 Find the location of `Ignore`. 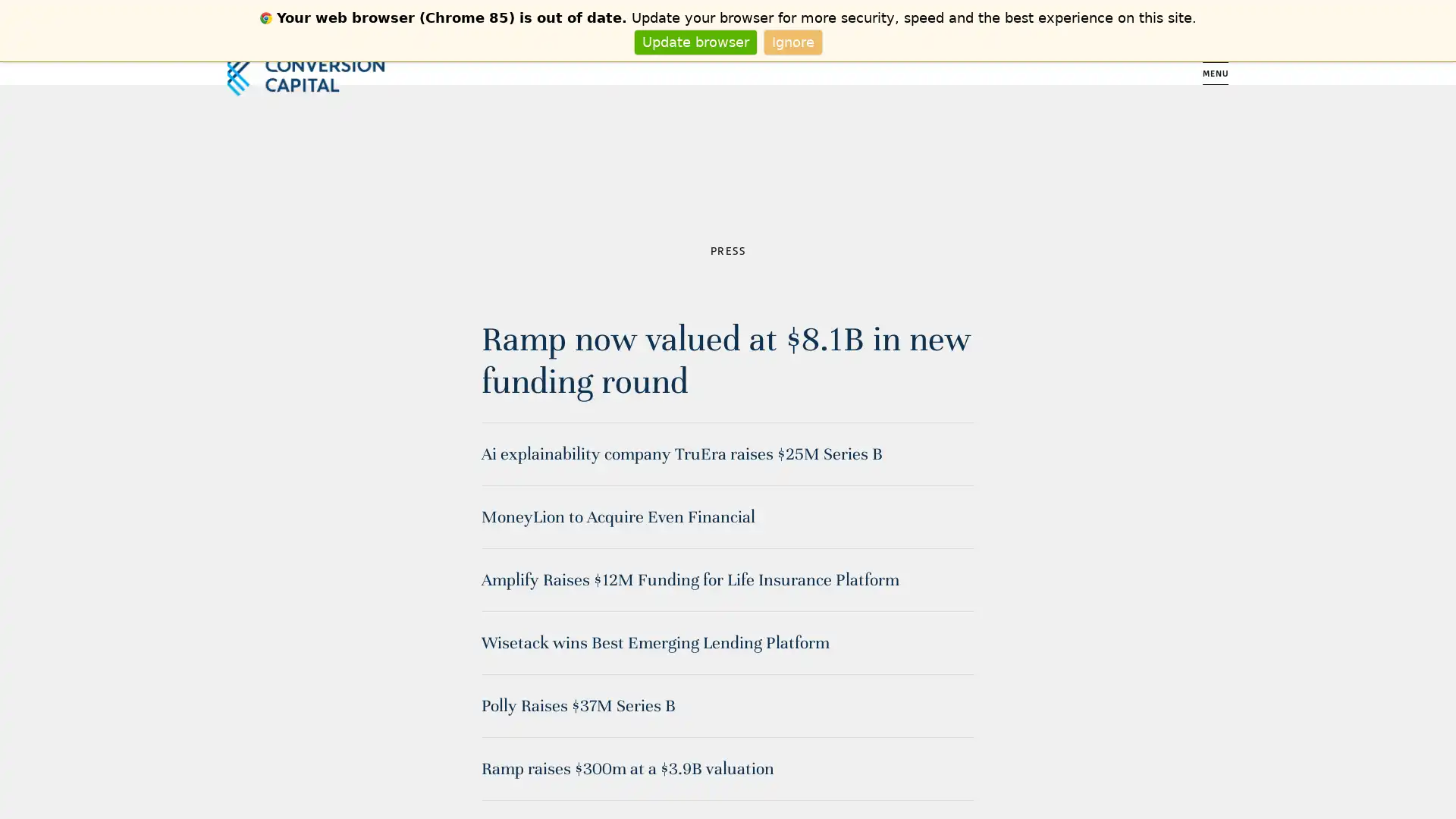

Ignore is located at coordinates (792, 41).